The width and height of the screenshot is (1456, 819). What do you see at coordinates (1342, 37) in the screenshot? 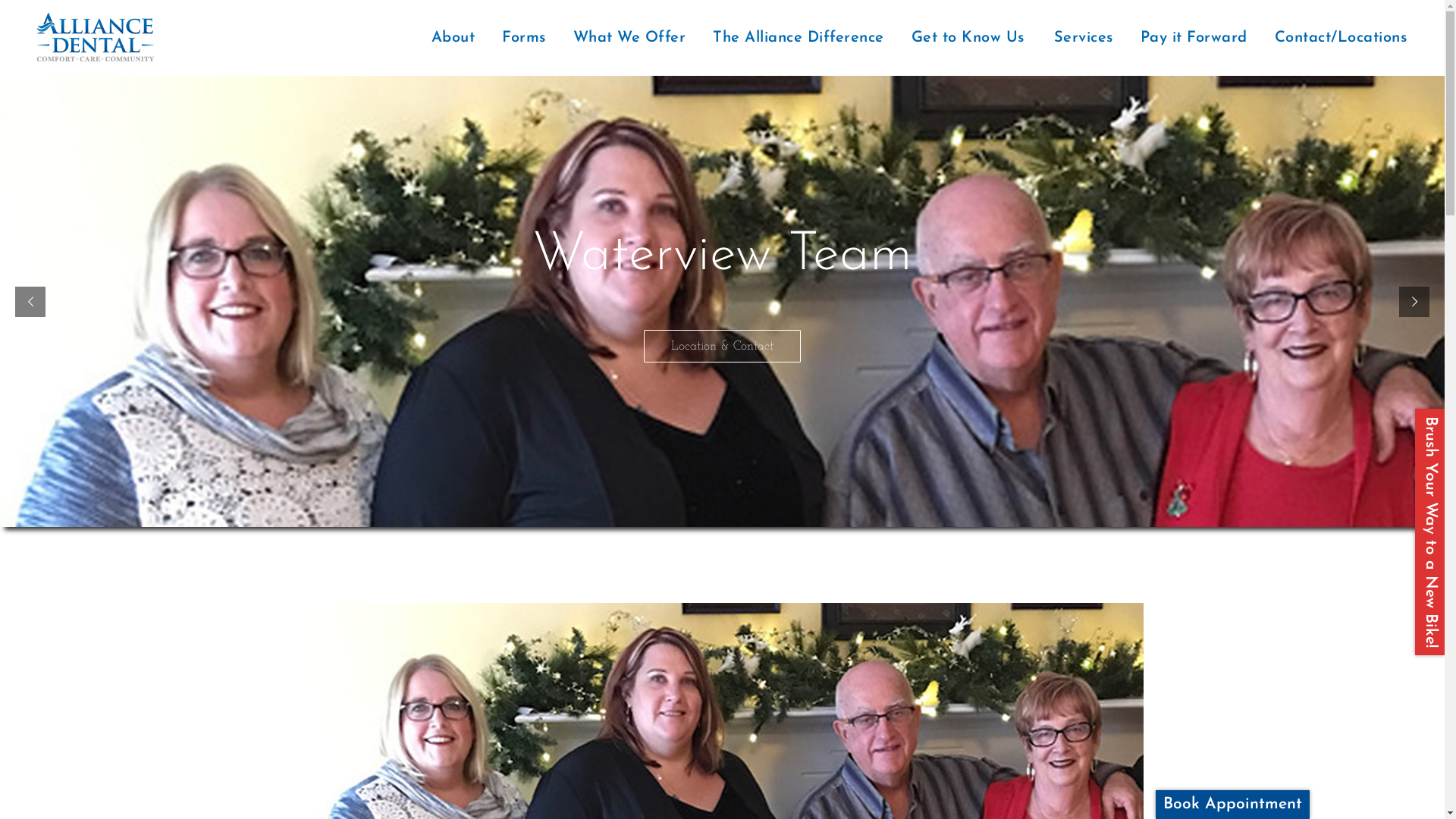
I see `'Contact/Locations'` at bounding box center [1342, 37].